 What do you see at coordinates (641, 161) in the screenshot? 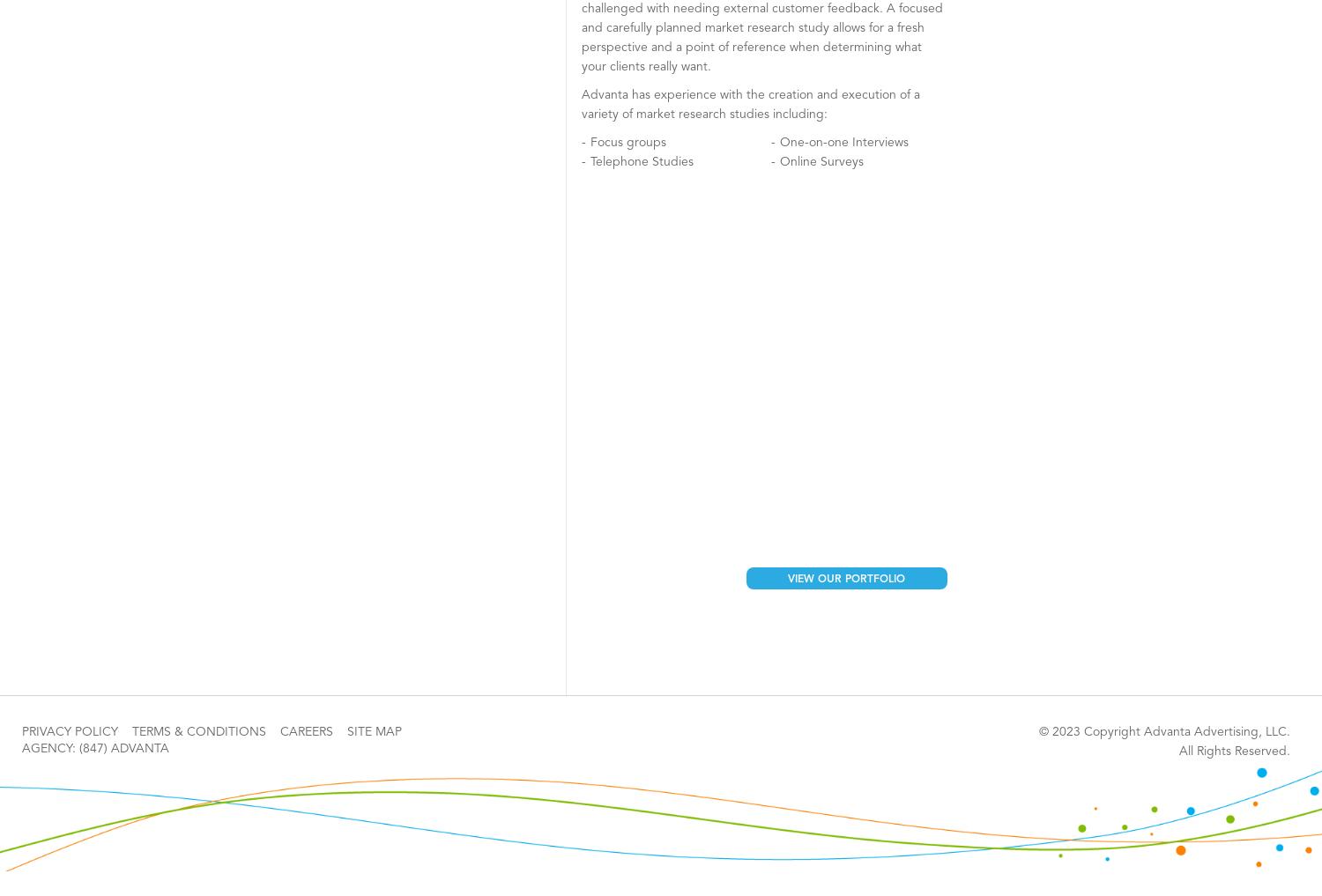
I see `'Telephone Studies'` at bounding box center [641, 161].